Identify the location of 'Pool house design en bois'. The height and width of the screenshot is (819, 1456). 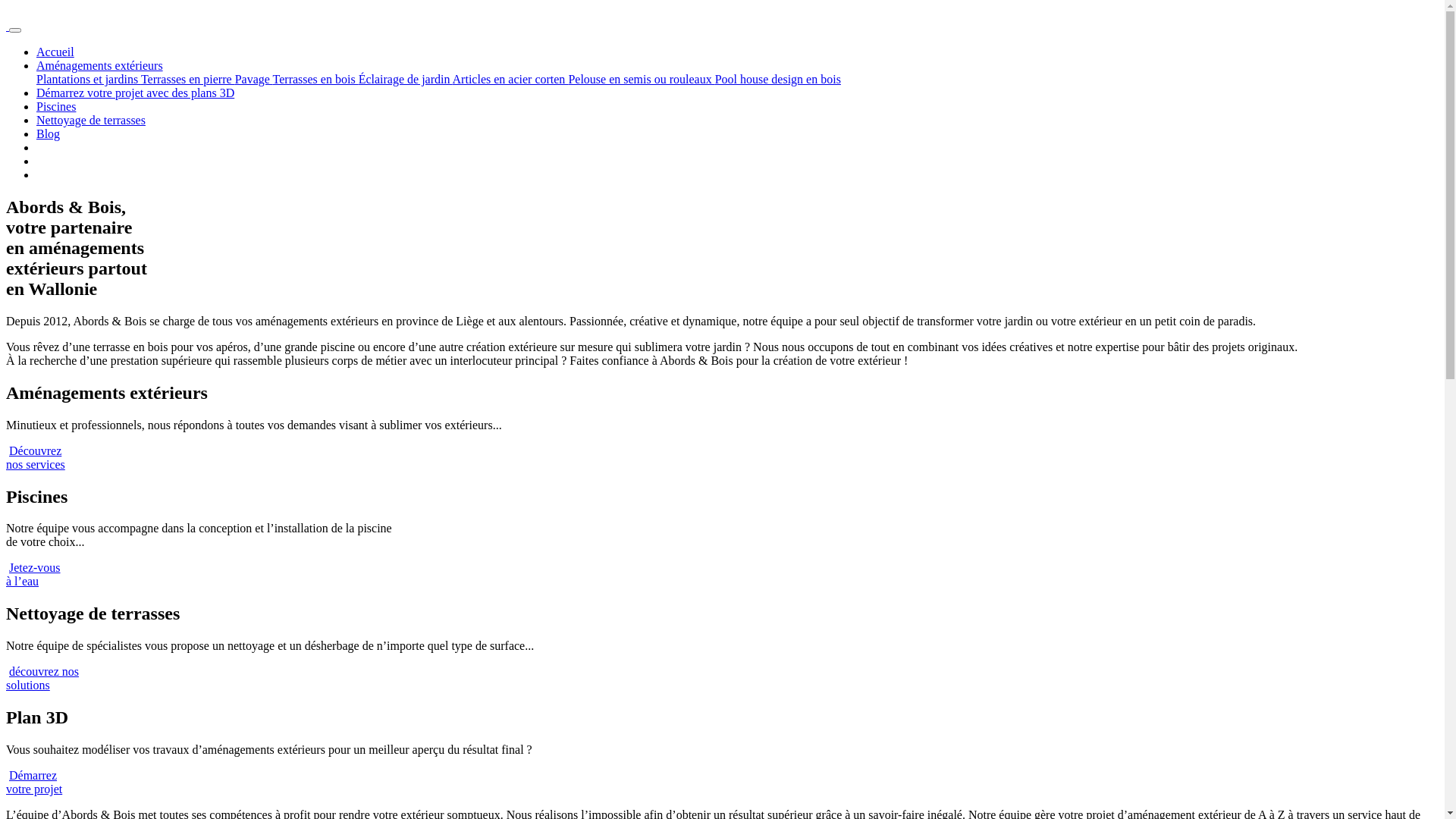
(714, 79).